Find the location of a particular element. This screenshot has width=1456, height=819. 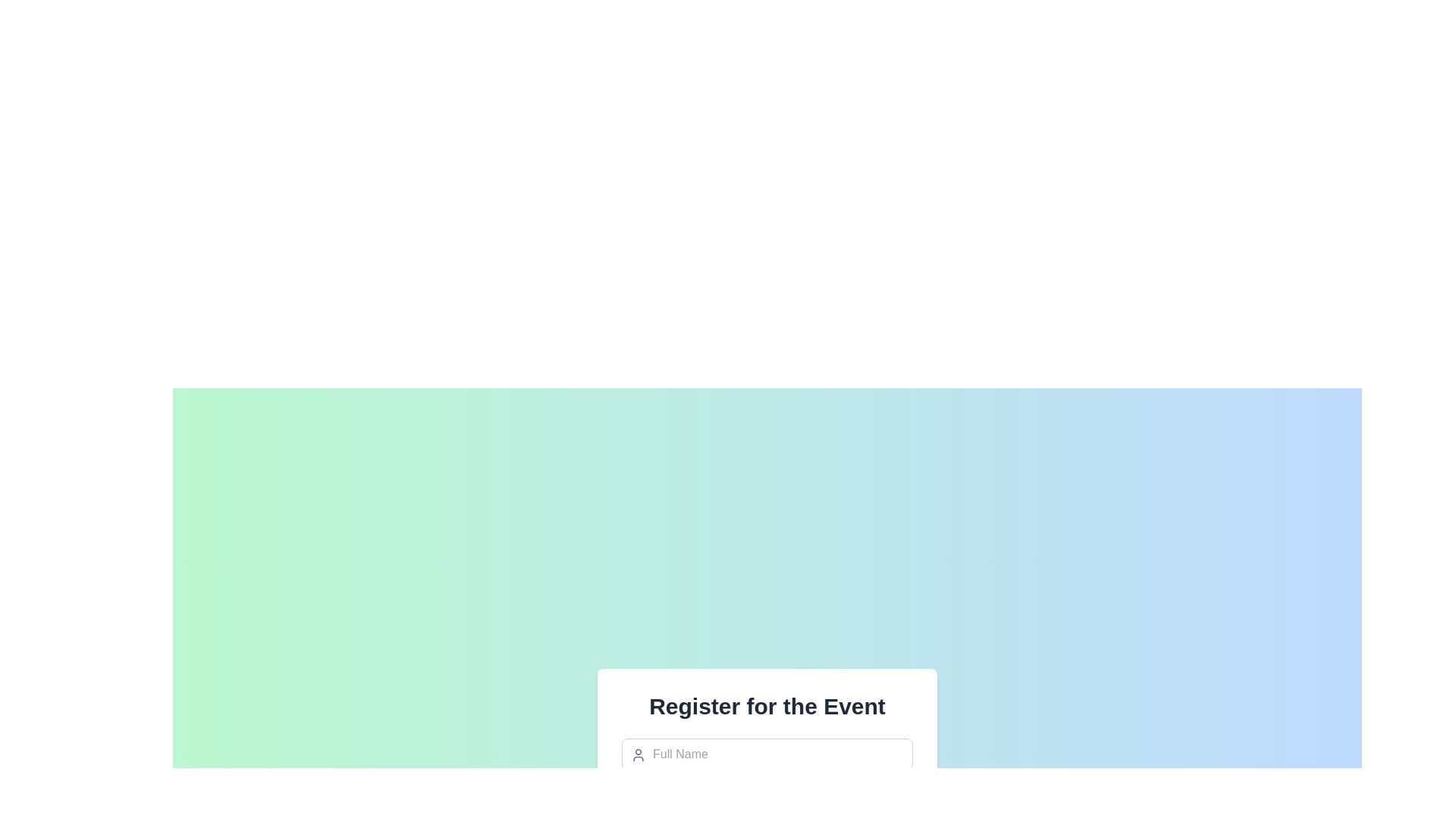

the user profile icon, which is styled with a gray color and rounded edges, located to the left of the 'Full Name' text input field is located at coordinates (638, 755).